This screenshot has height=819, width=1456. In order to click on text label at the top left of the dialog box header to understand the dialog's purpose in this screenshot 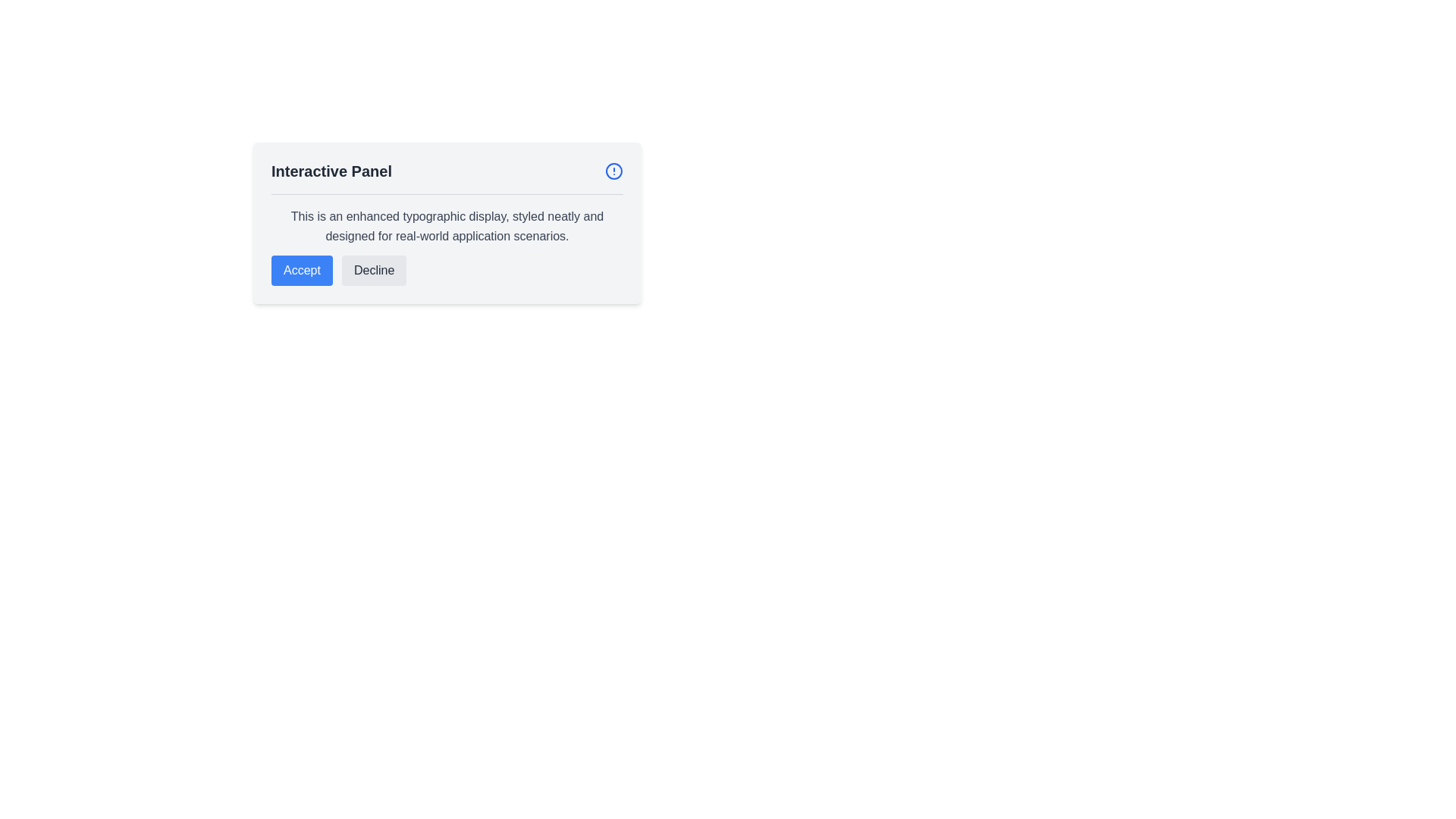, I will do `click(331, 171)`.